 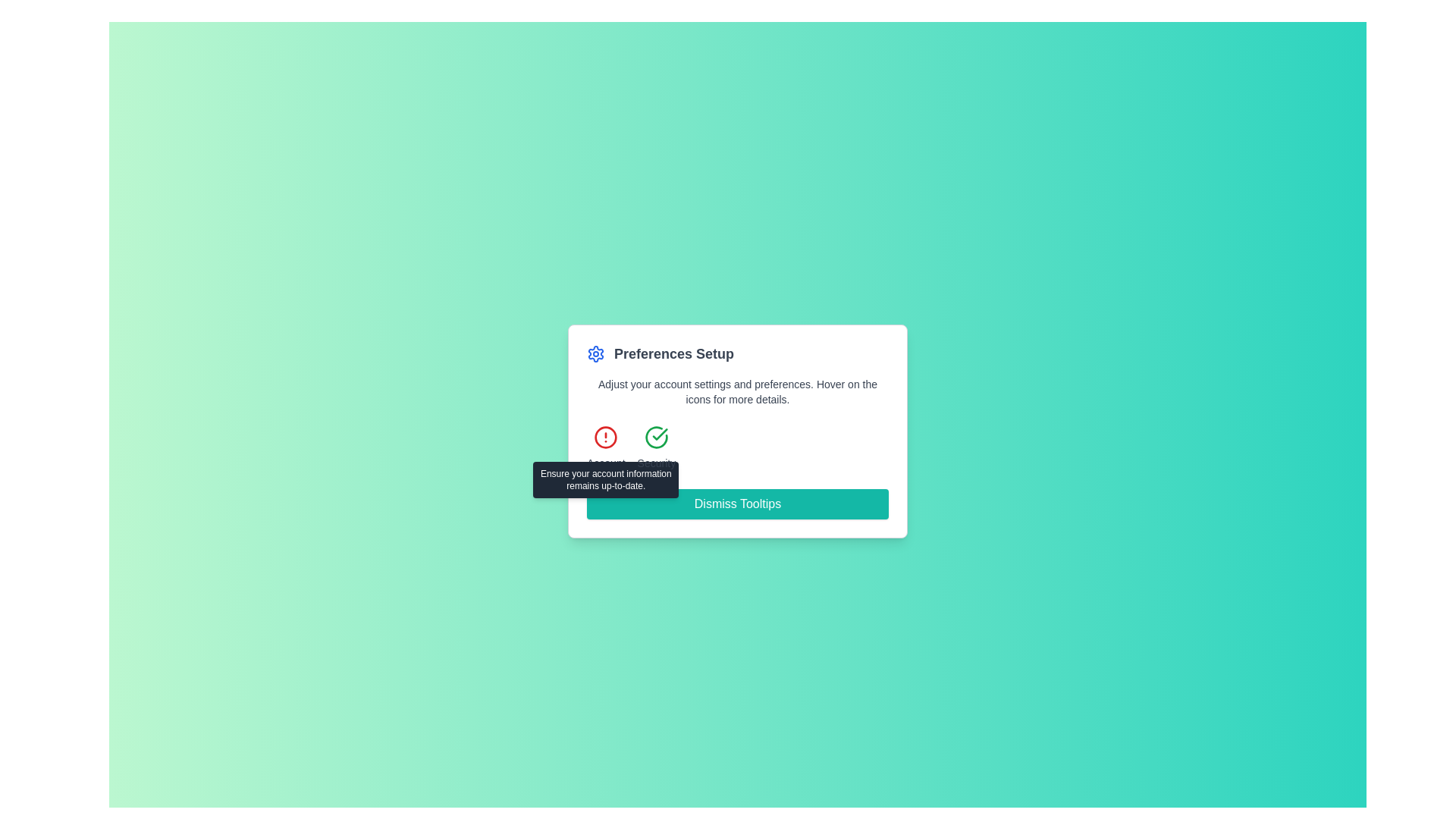 What do you see at coordinates (656, 438) in the screenshot?
I see `the circular green check mark icon indicating 'Security' status, located in the middle of the pop-up interface` at bounding box center [656, 438].